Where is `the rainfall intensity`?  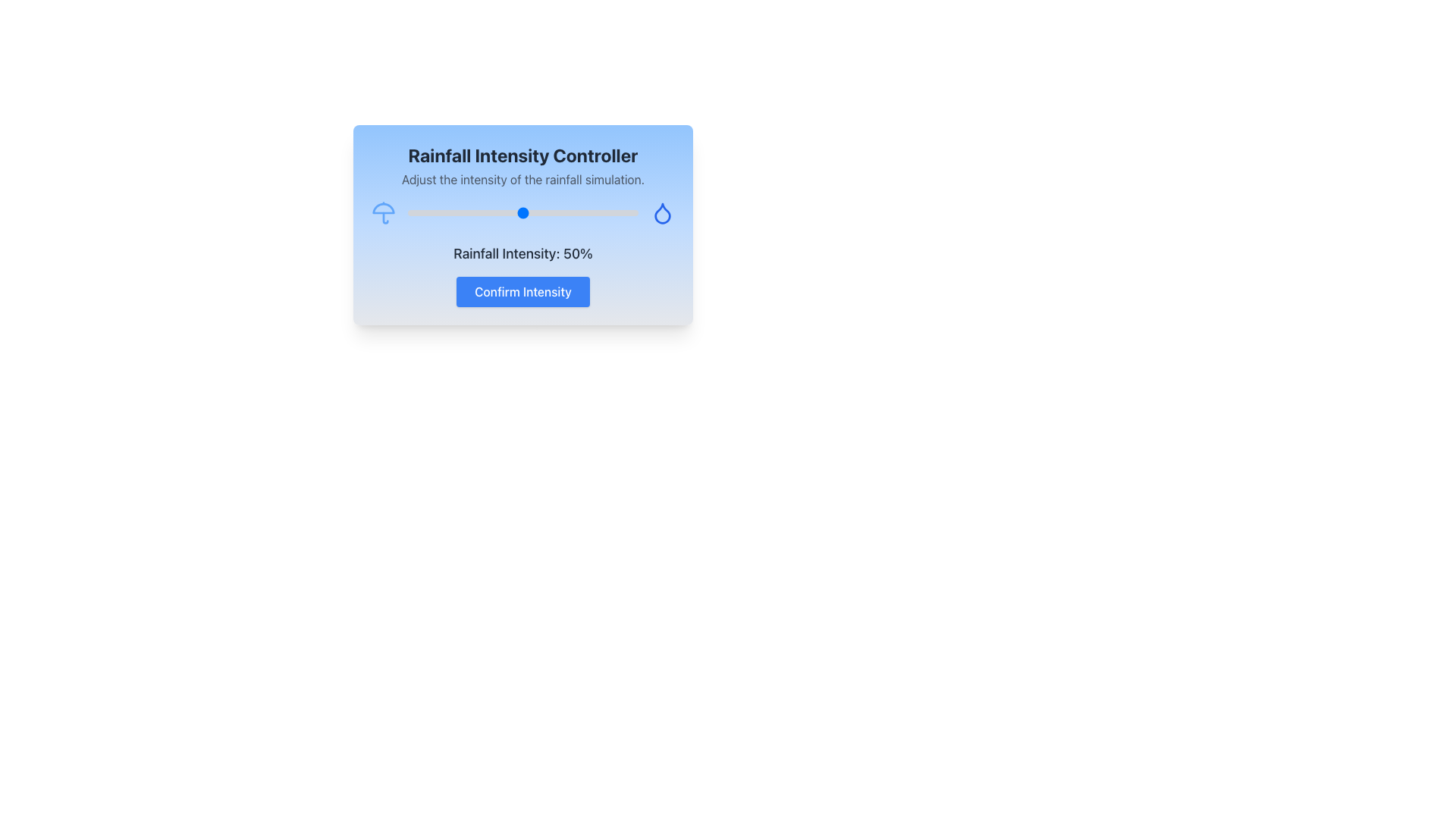 the rainfall intensity is located at coordinates (520, 213).